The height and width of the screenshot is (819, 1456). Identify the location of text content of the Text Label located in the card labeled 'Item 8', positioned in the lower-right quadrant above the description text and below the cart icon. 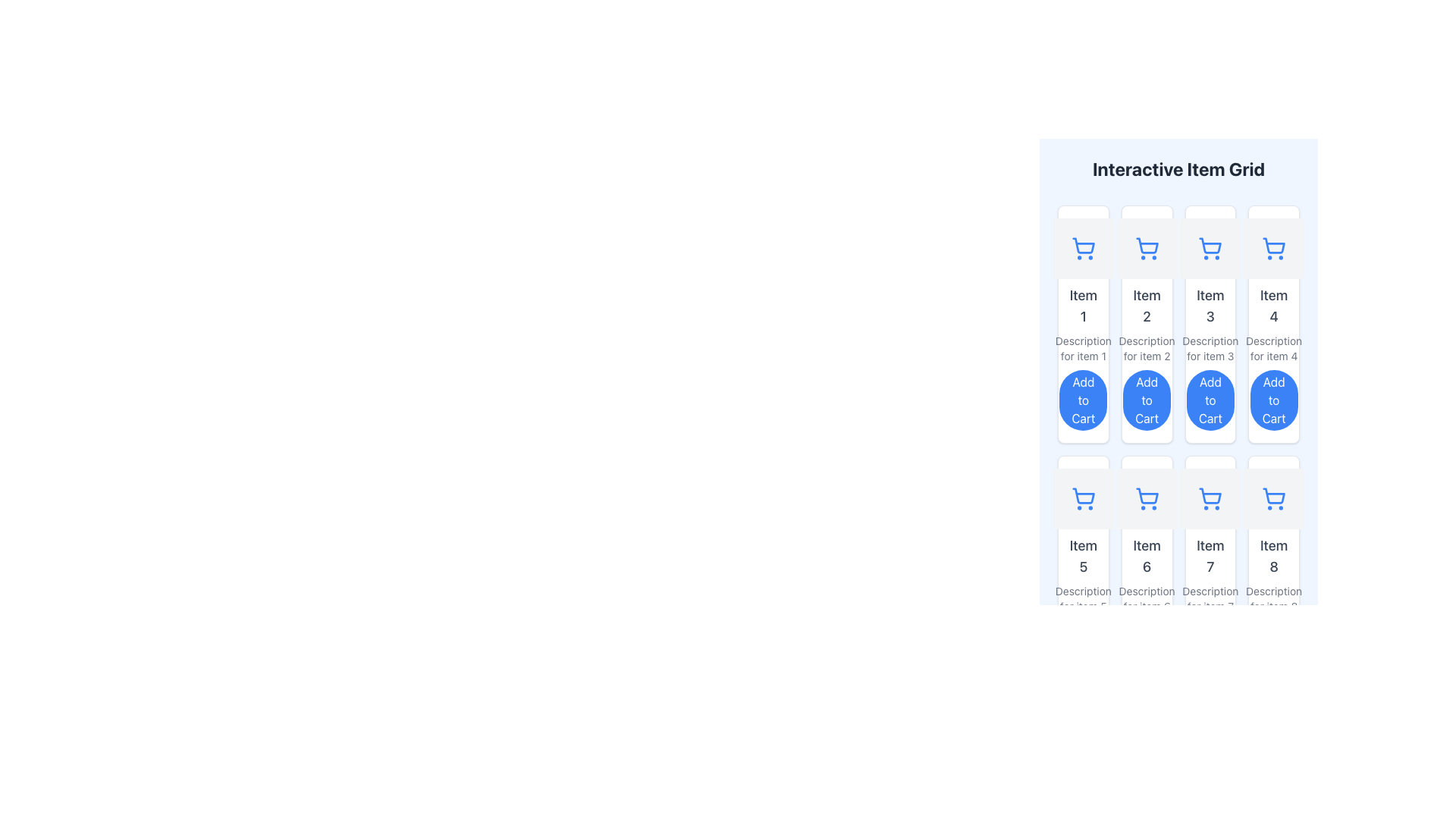
(1274, 556).